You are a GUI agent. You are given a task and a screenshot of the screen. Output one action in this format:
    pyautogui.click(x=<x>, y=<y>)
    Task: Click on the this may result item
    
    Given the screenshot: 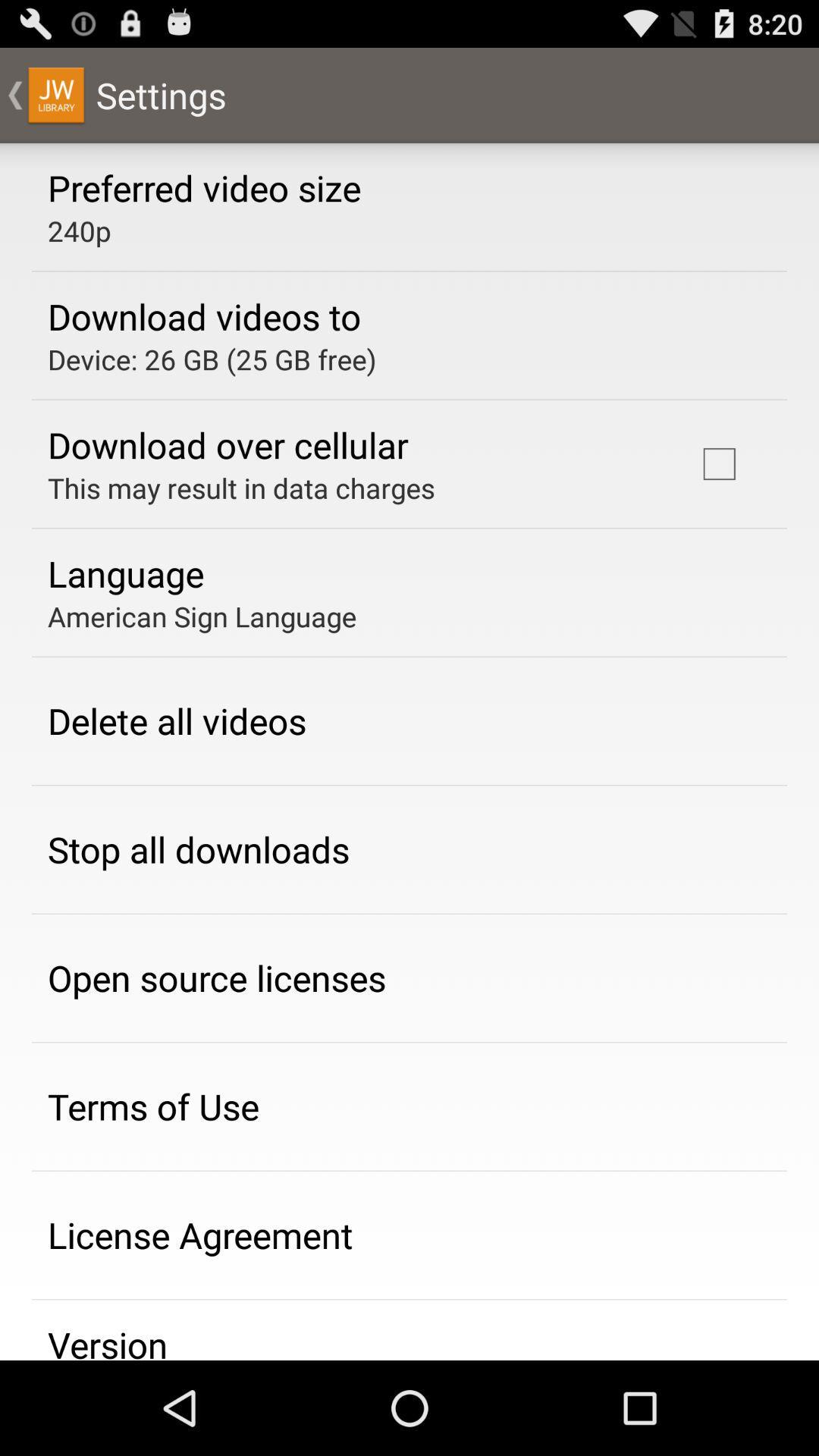 What is the action you would take?
    pyautogui.click(x=240, y=488)
    